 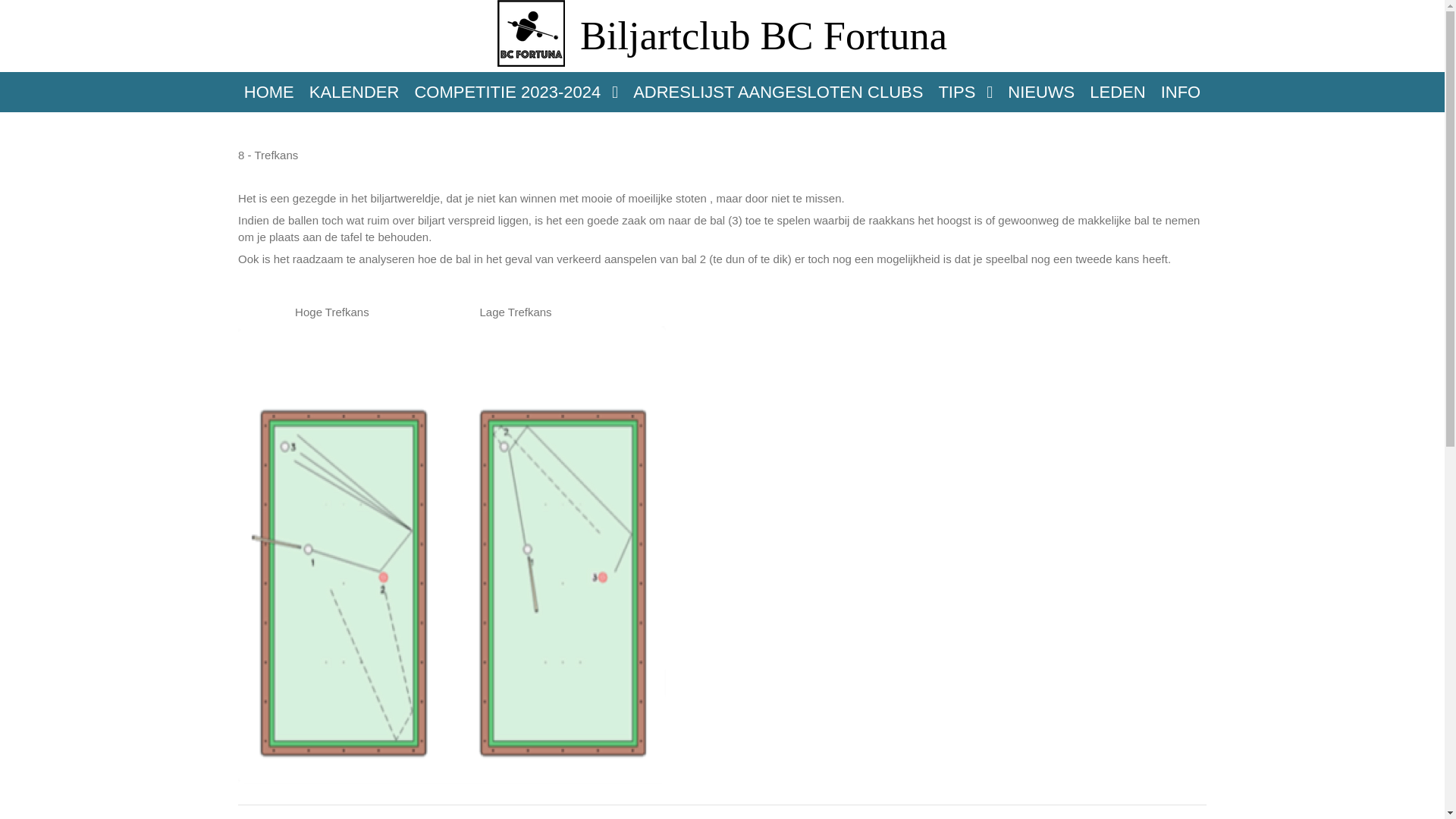 What do you see at coordinates (930, 91) in the screenshot?
I see `'TIPS'` at bounding box center [930, 91].